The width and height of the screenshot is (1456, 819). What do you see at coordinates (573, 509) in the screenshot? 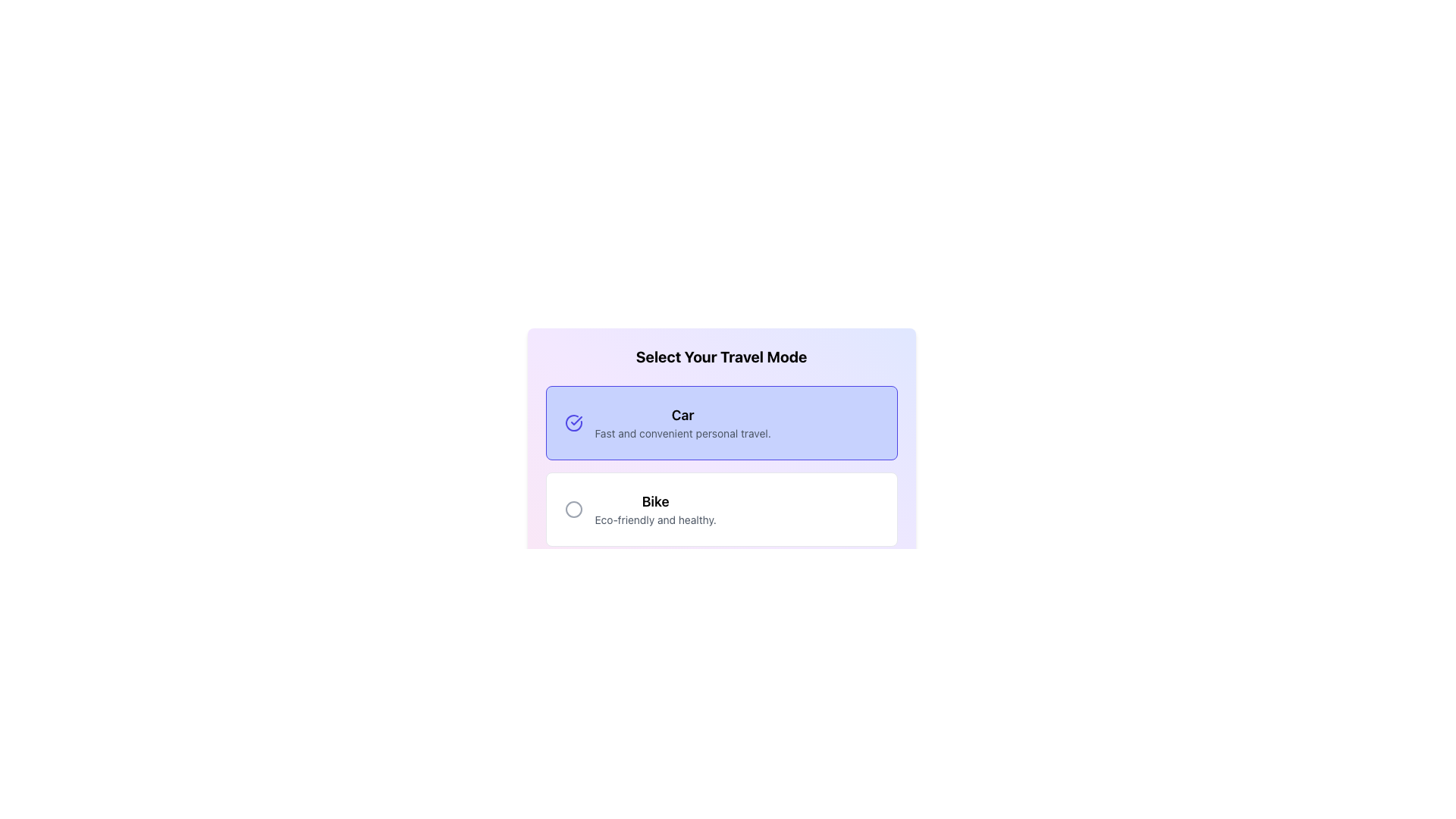
I see `the circular icon with a gray stroke located to the left of the bold 'Bike' text in the 'Select Your Travel Mode' interface` at bounding box center [573, 509].